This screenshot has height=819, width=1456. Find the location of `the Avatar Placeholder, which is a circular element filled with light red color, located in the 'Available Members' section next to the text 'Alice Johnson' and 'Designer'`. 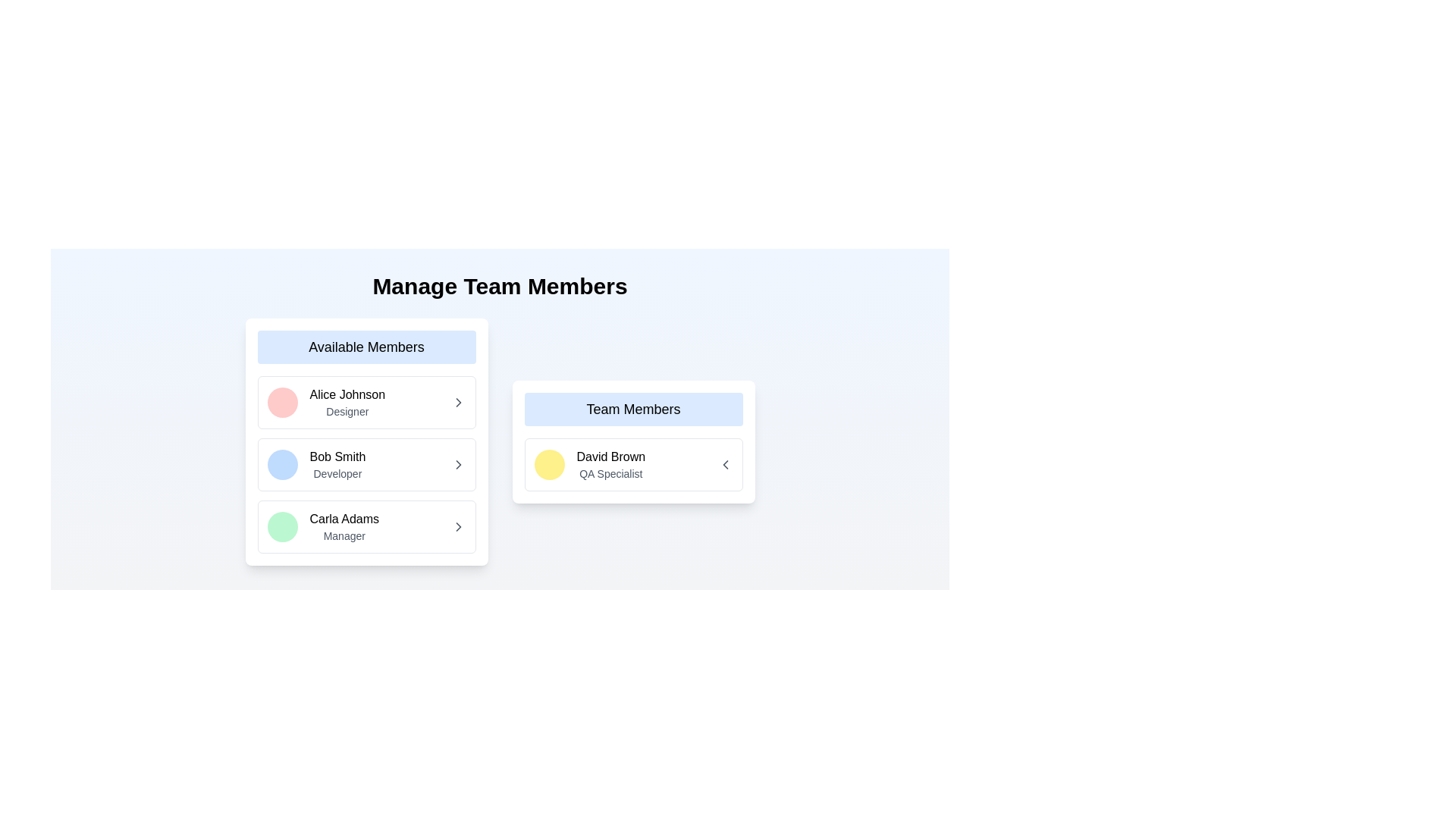

the Avatar Placeholder, which is a circular element filled with light red color, located in the 'Available Members' section next to the text 'Alice Johnson' and 'Designer' is located at coordinates (282, 402).